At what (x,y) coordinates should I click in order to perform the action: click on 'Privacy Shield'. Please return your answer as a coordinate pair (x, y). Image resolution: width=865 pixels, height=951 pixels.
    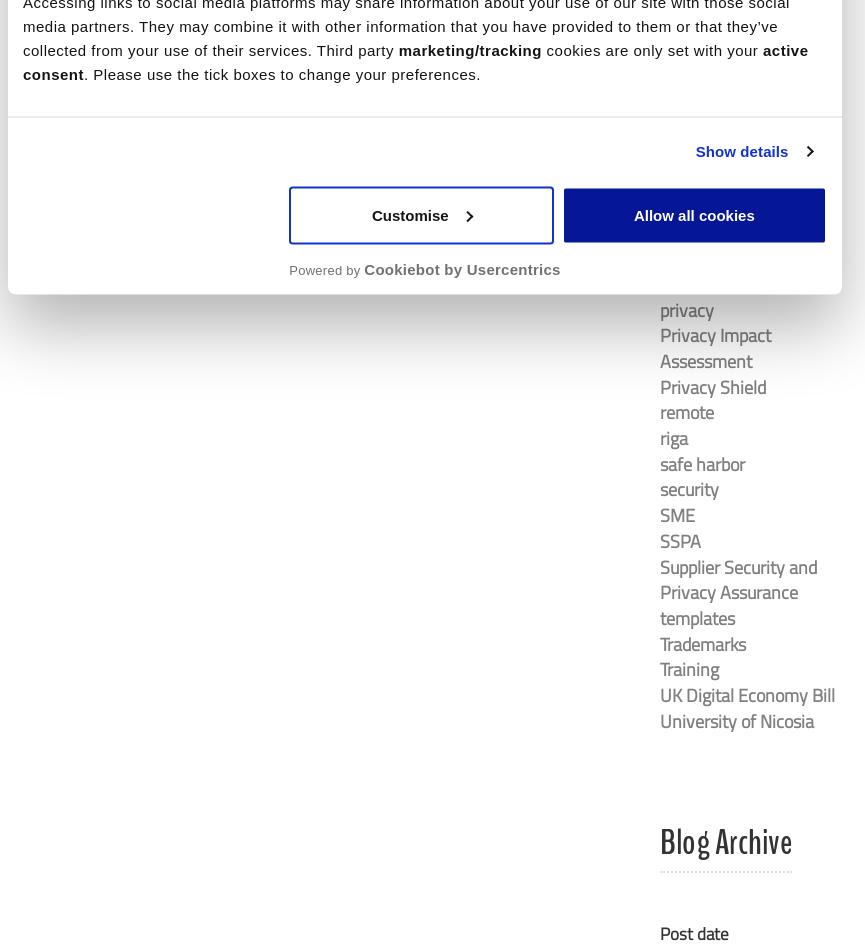
    Looking at the image, I should click on (713, 386).